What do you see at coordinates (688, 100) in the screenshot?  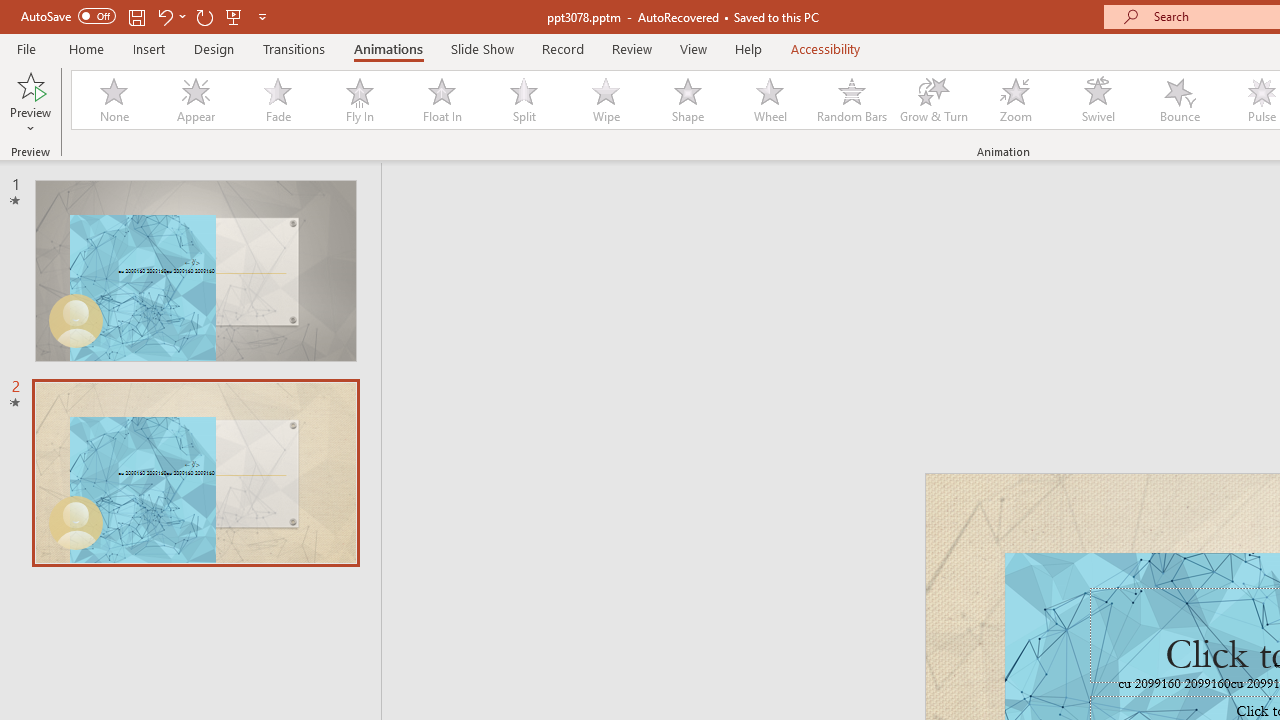 I see `'Shape'` at bounding box center [688, 100].